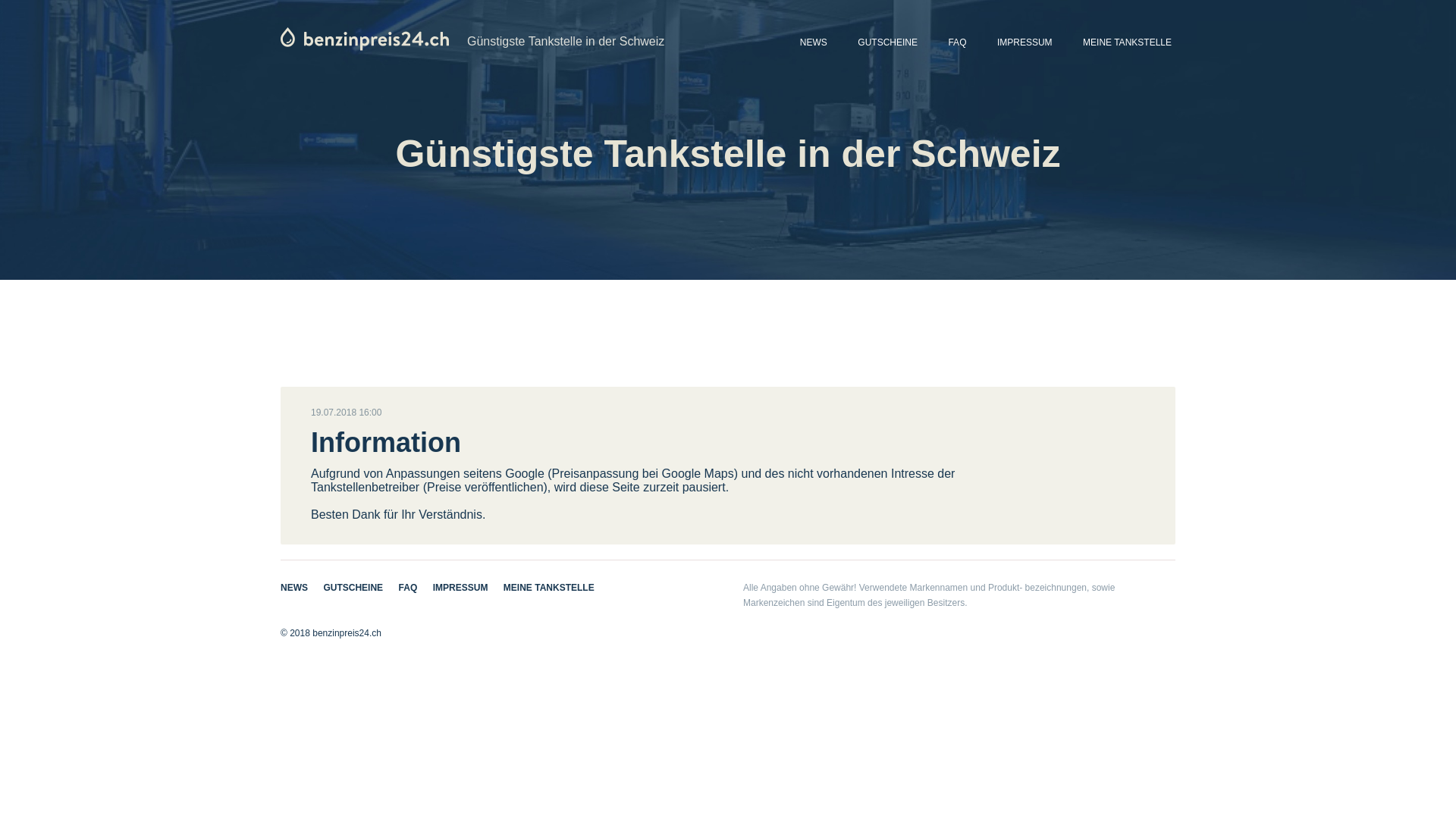  Describe the element at coordinates (408, 587) in the screenshot. I see `'FAQ'` at that location.